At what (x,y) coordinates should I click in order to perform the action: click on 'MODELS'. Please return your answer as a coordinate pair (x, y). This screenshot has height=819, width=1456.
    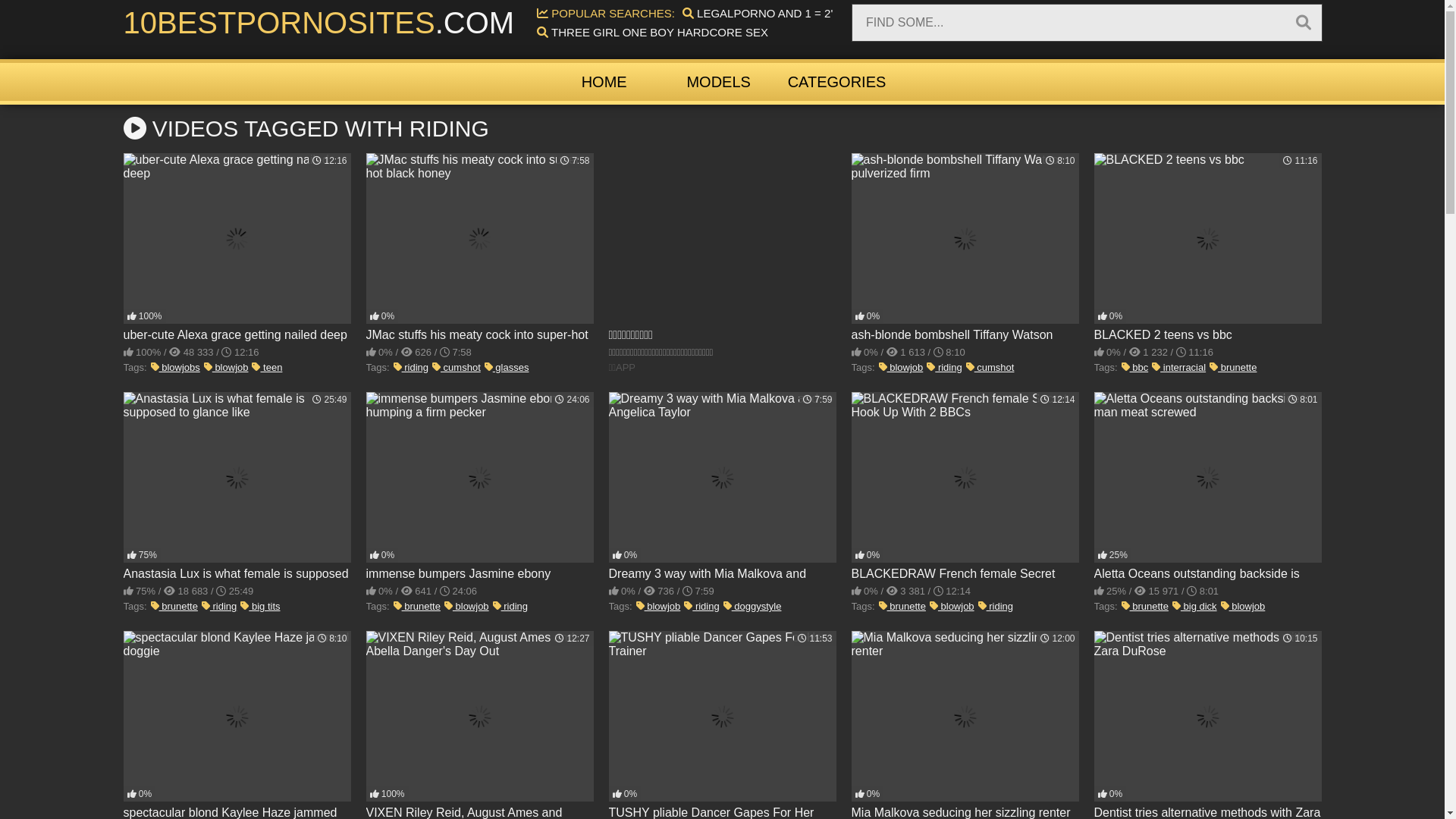
    Looking at the image, I should click on (718, 82).